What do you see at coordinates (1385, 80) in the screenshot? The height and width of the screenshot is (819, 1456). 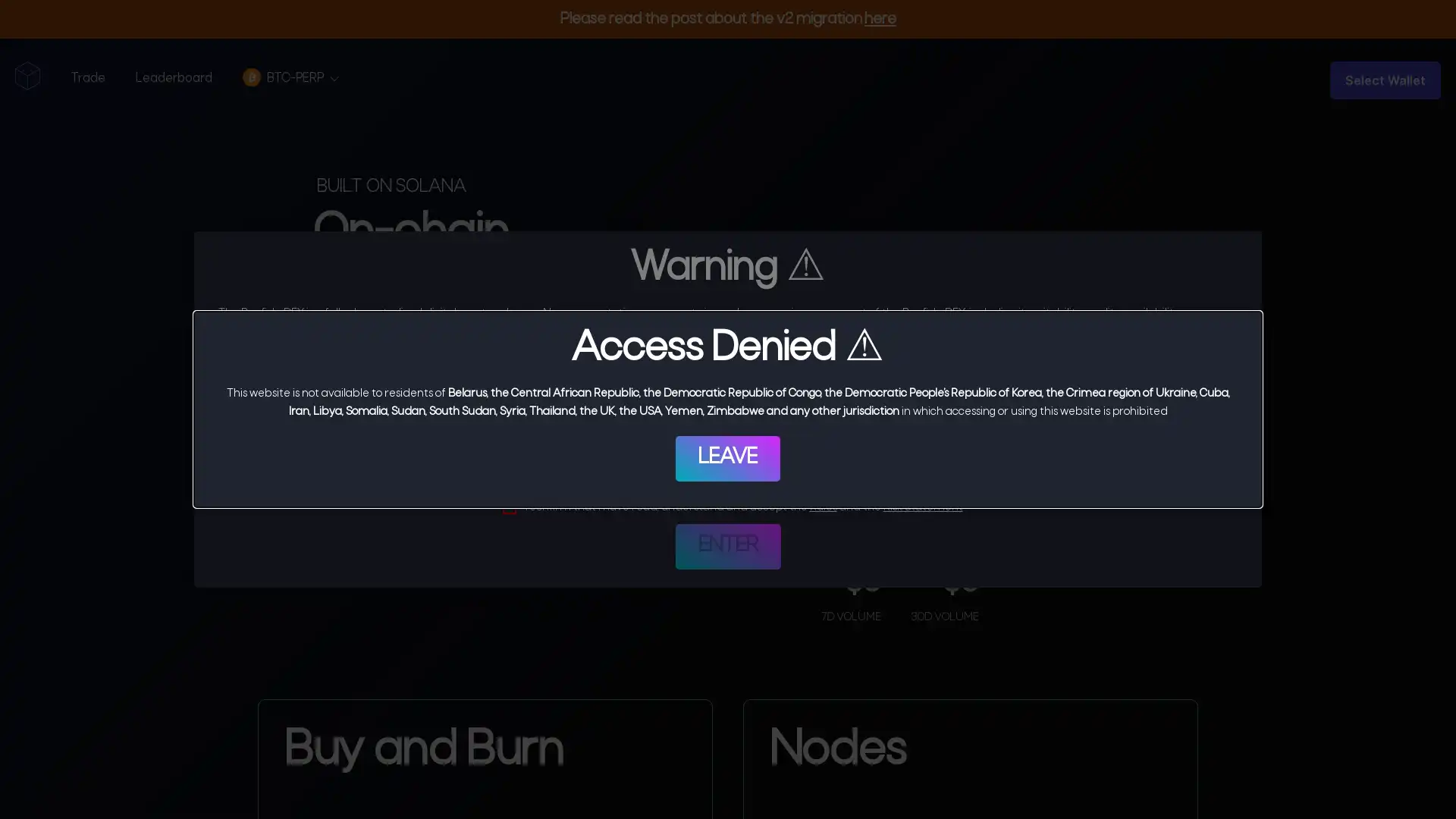 I see `Select Wallet` at bounding box center [1385, 80].